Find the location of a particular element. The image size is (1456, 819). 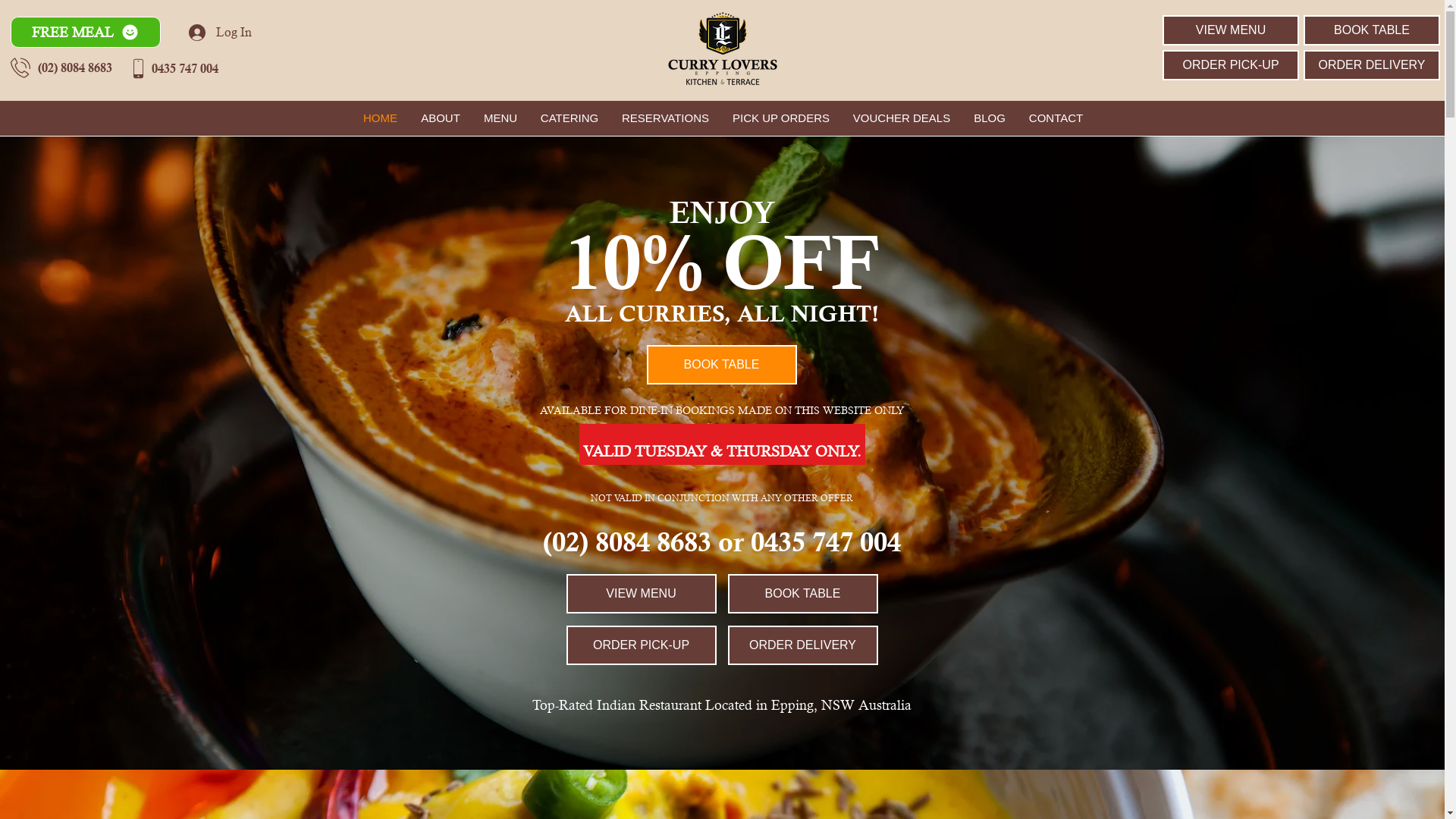

'HOME' is located at coordinates (381, 117).